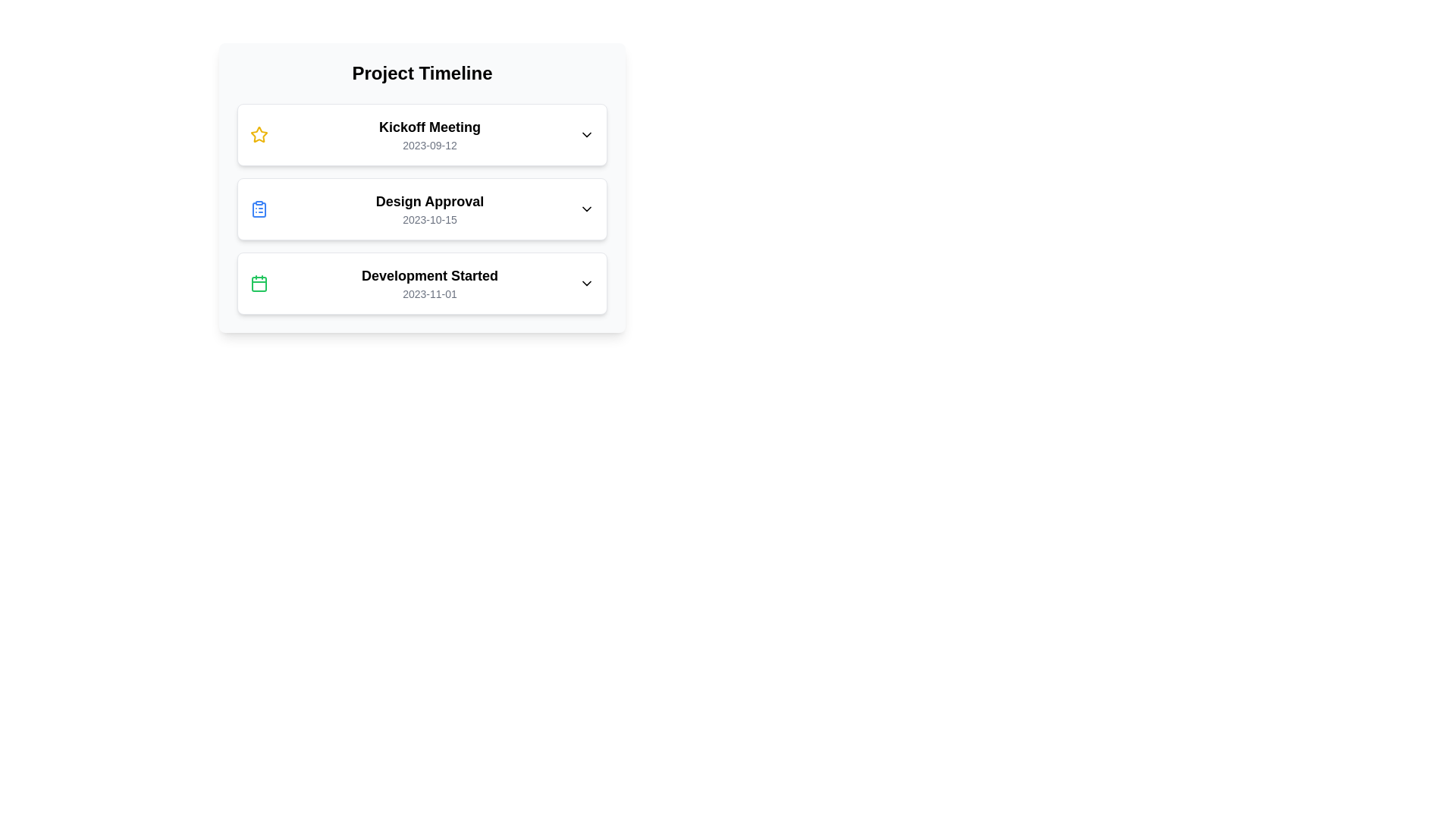 Image resolution: width=1456 pixels, height=819 pixels. Describe the element at coordinates (259, 133) in the screenshot. I see `the small star-shaped icon with a yellow outline and white fill located beside the text 'Kickoff Meeting' in the 'Project Timeline' section` at that location.